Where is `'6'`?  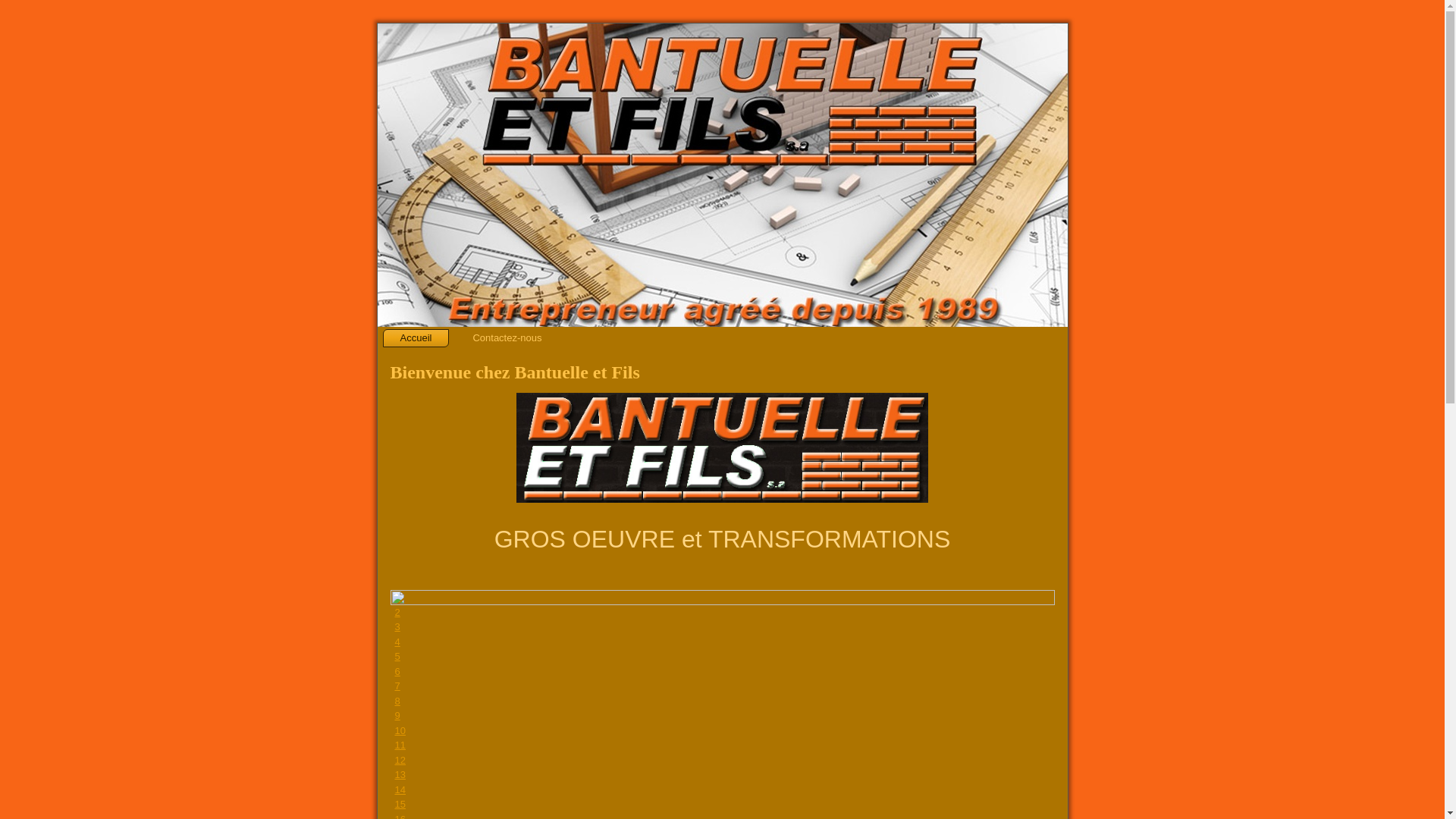
'6' is located at coordinates (397, 670).